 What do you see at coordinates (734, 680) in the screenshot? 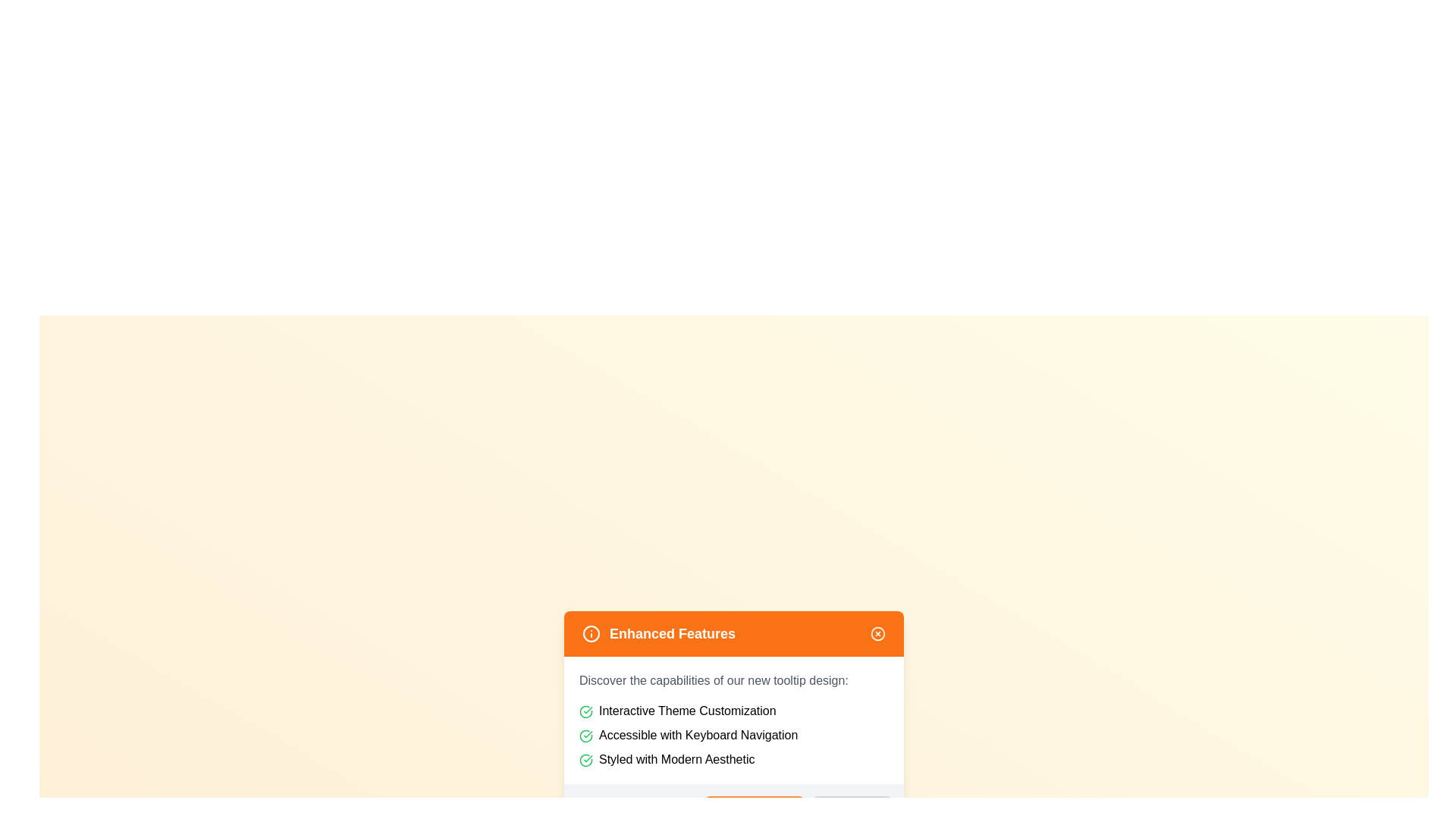
I see `the static text element displaying 'Discover the capabilities of our new tooltip design:', which is positioned above a list of features and below the 'Enhanced Features' header` at bounding box center [734, 680].